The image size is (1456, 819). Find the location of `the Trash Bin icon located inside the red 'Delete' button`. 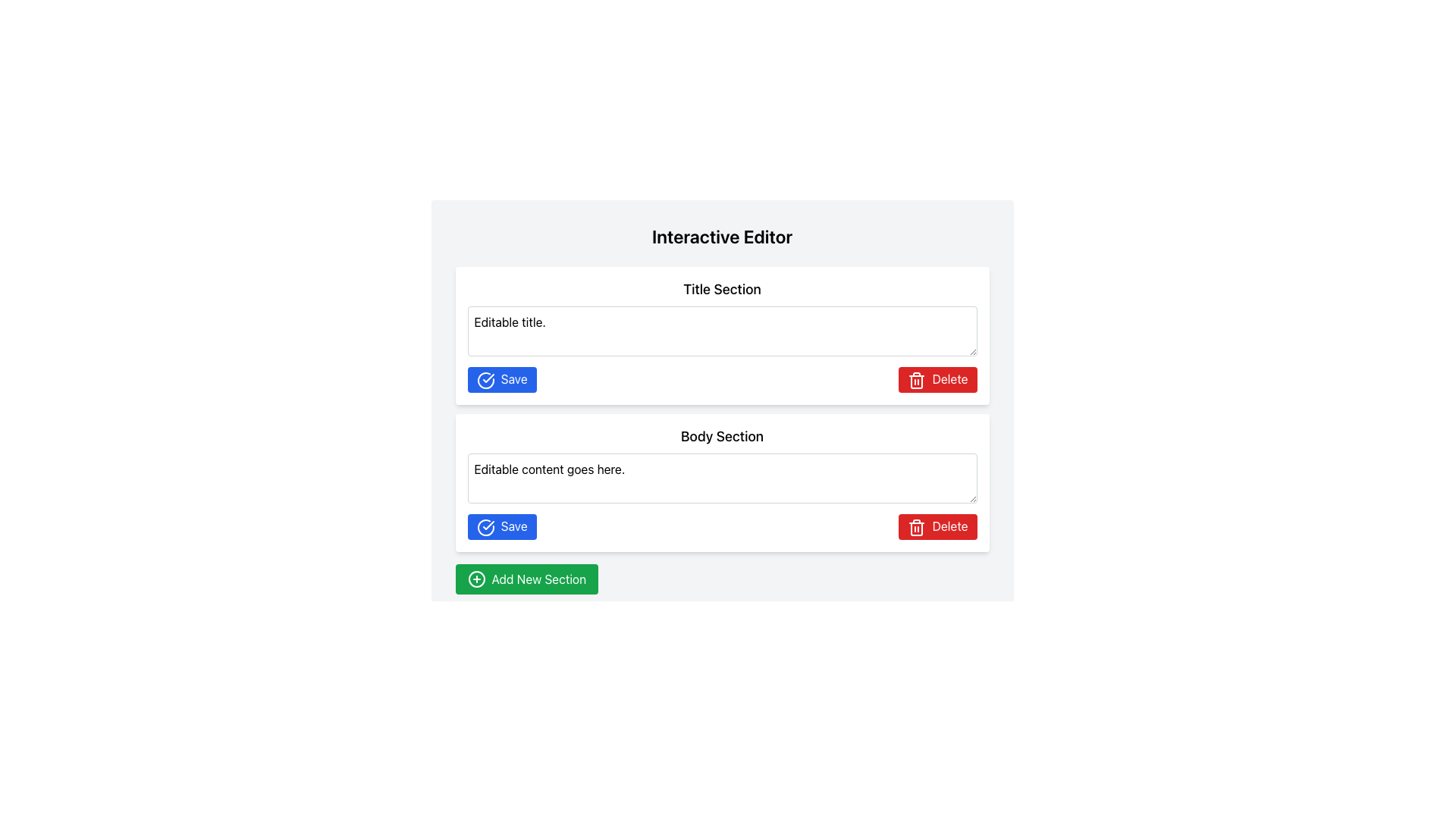

the Trash Bin icon located inside the red 'Delete' button is located at coordinates (916, 379).